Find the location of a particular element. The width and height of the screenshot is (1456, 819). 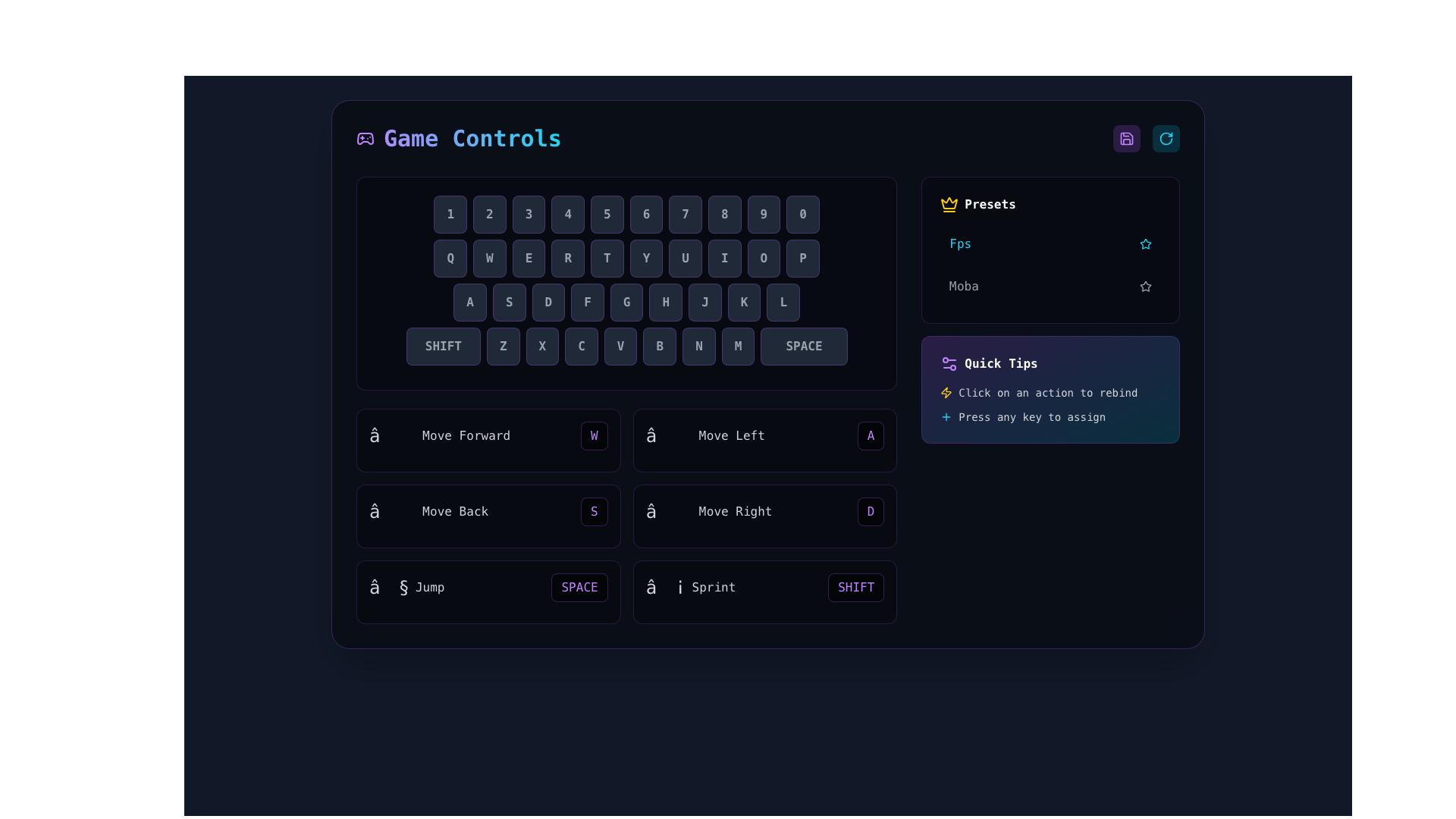

the rectangular button labeled 'P' with a dark background, located at the last position of the topmost row of the digital keyboard layout, to simulate a key press is located at coordinates (802, 257).